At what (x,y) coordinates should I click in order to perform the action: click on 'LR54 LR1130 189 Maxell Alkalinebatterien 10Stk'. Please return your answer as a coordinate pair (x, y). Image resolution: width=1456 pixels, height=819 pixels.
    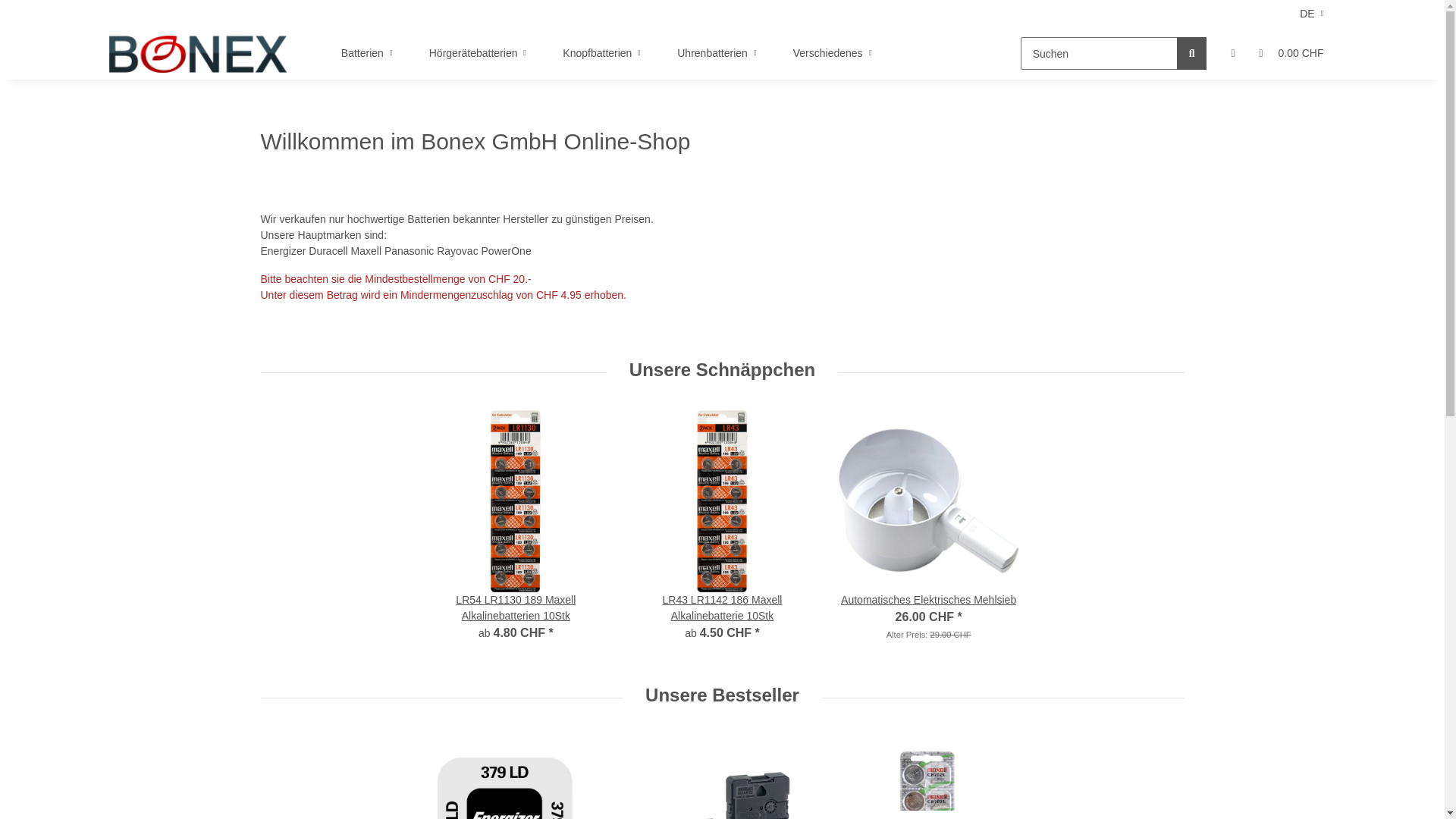
    Looking at the image, I should click on (425, 607).